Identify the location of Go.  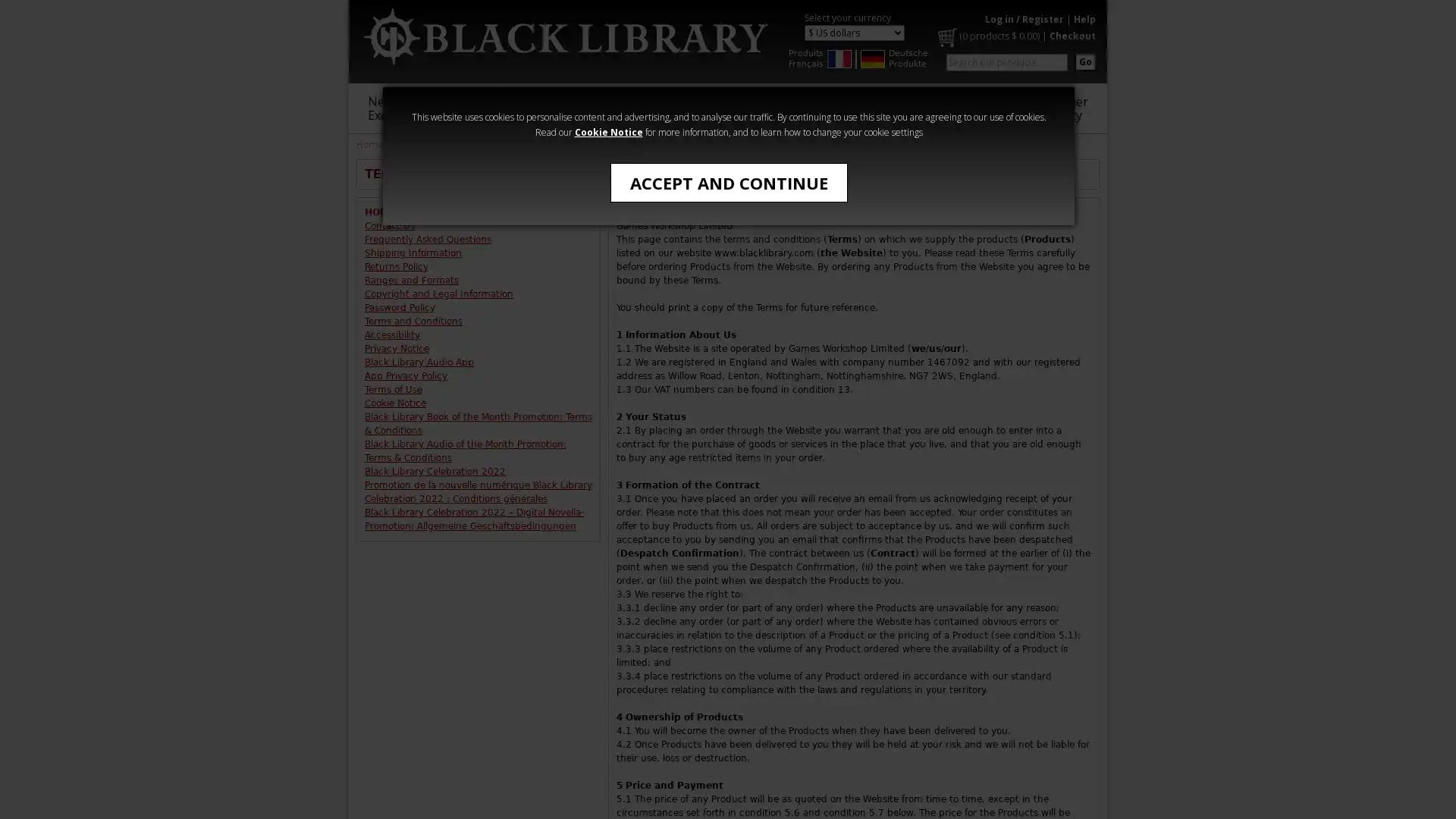
(1084, 61).